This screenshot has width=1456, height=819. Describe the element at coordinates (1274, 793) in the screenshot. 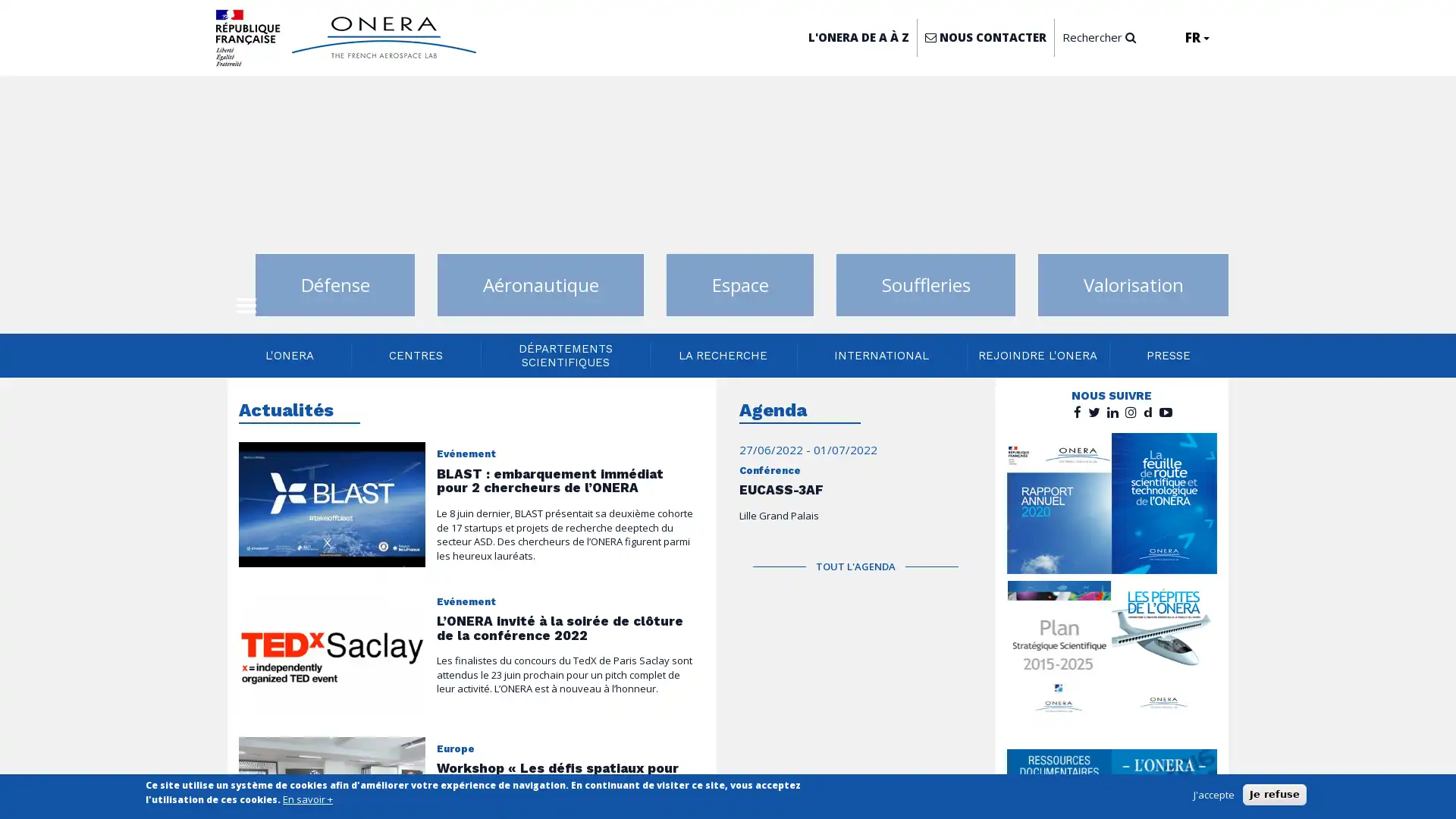

I see `Je refuse` at that location.